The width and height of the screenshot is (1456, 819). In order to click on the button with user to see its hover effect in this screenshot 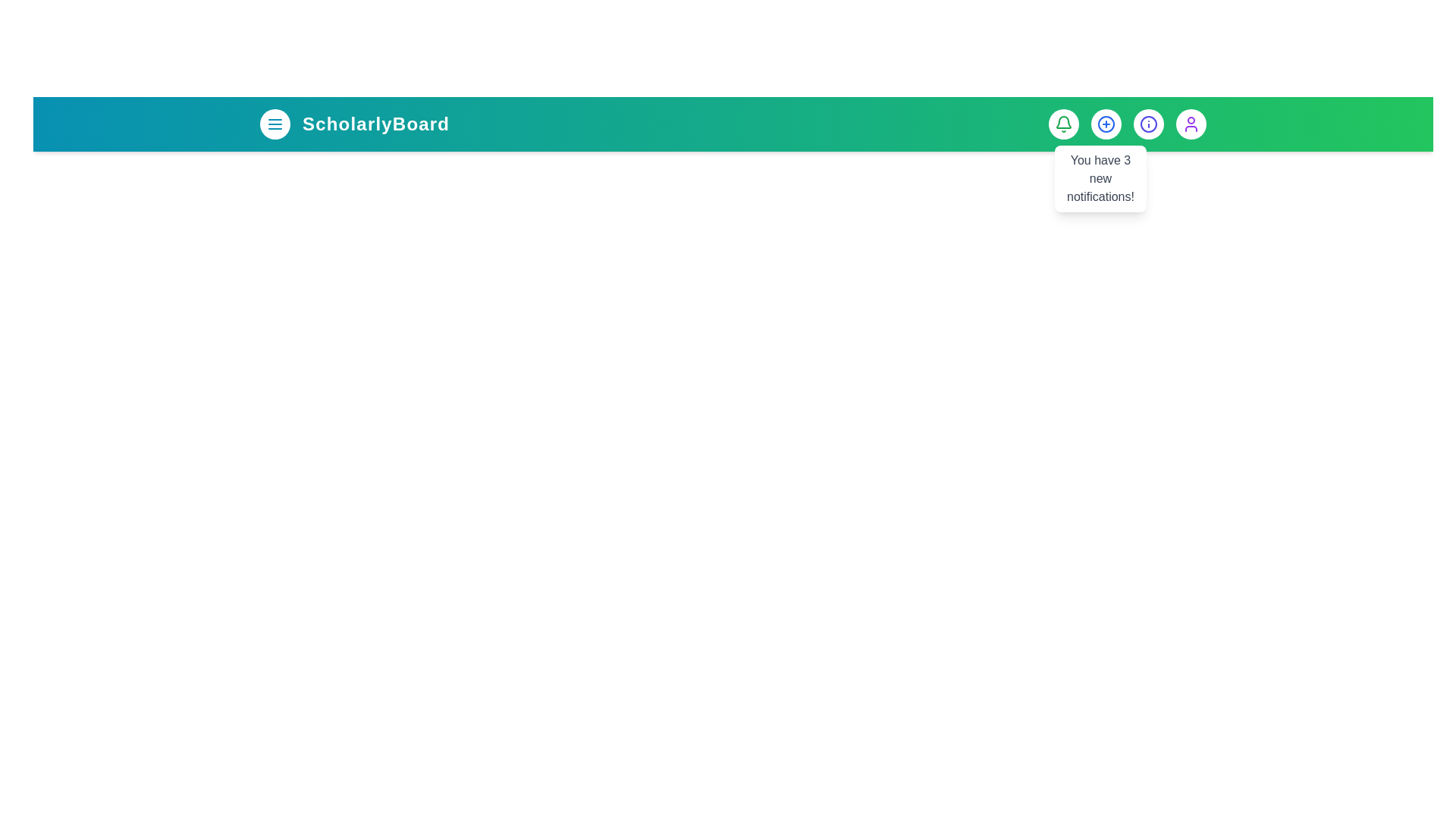, I will do `click(1190, 124)`.